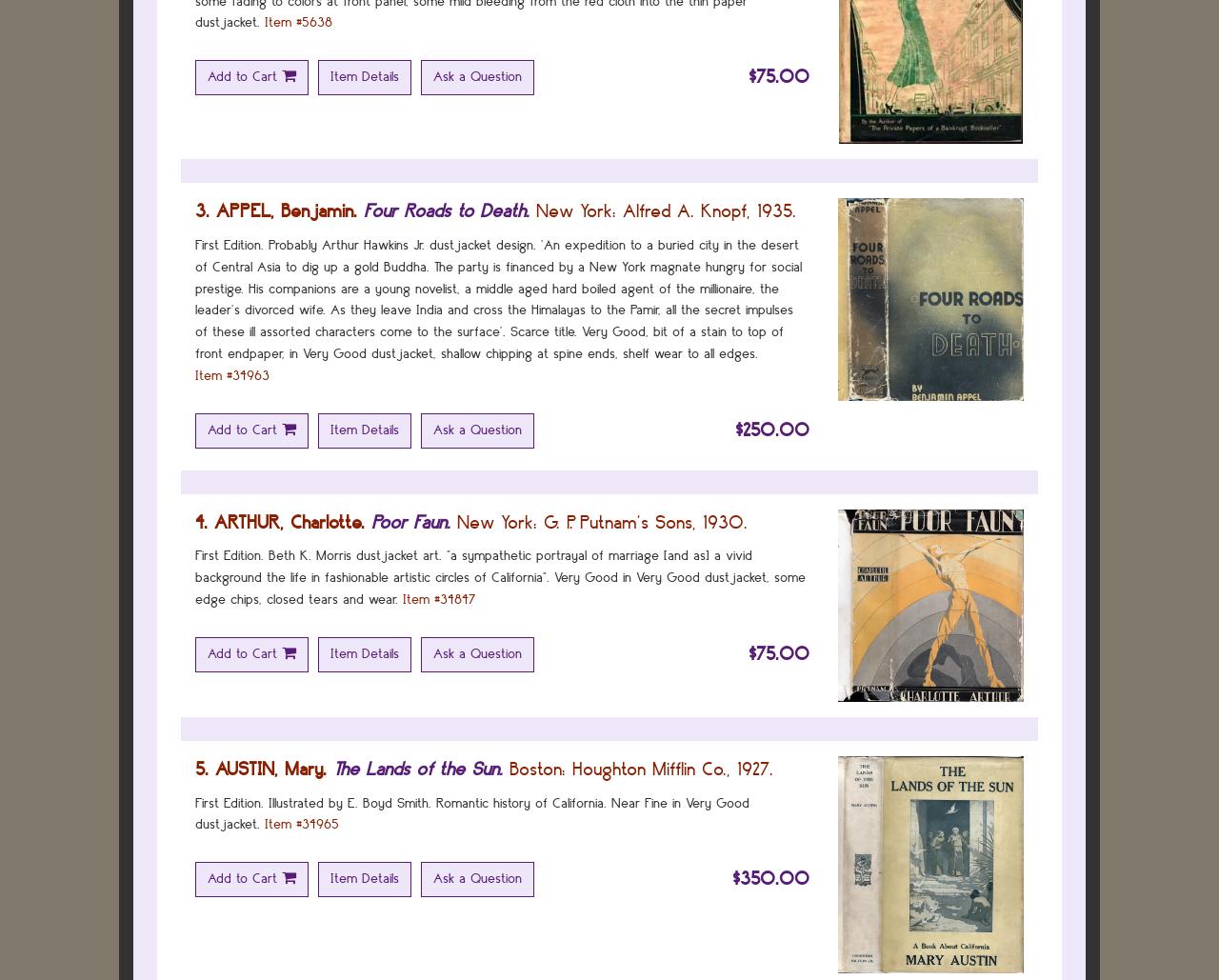  Describe the element at coordinates (214, 520) in the screenshot. I see `'ARTHUR, Charlotte.'` at that location.